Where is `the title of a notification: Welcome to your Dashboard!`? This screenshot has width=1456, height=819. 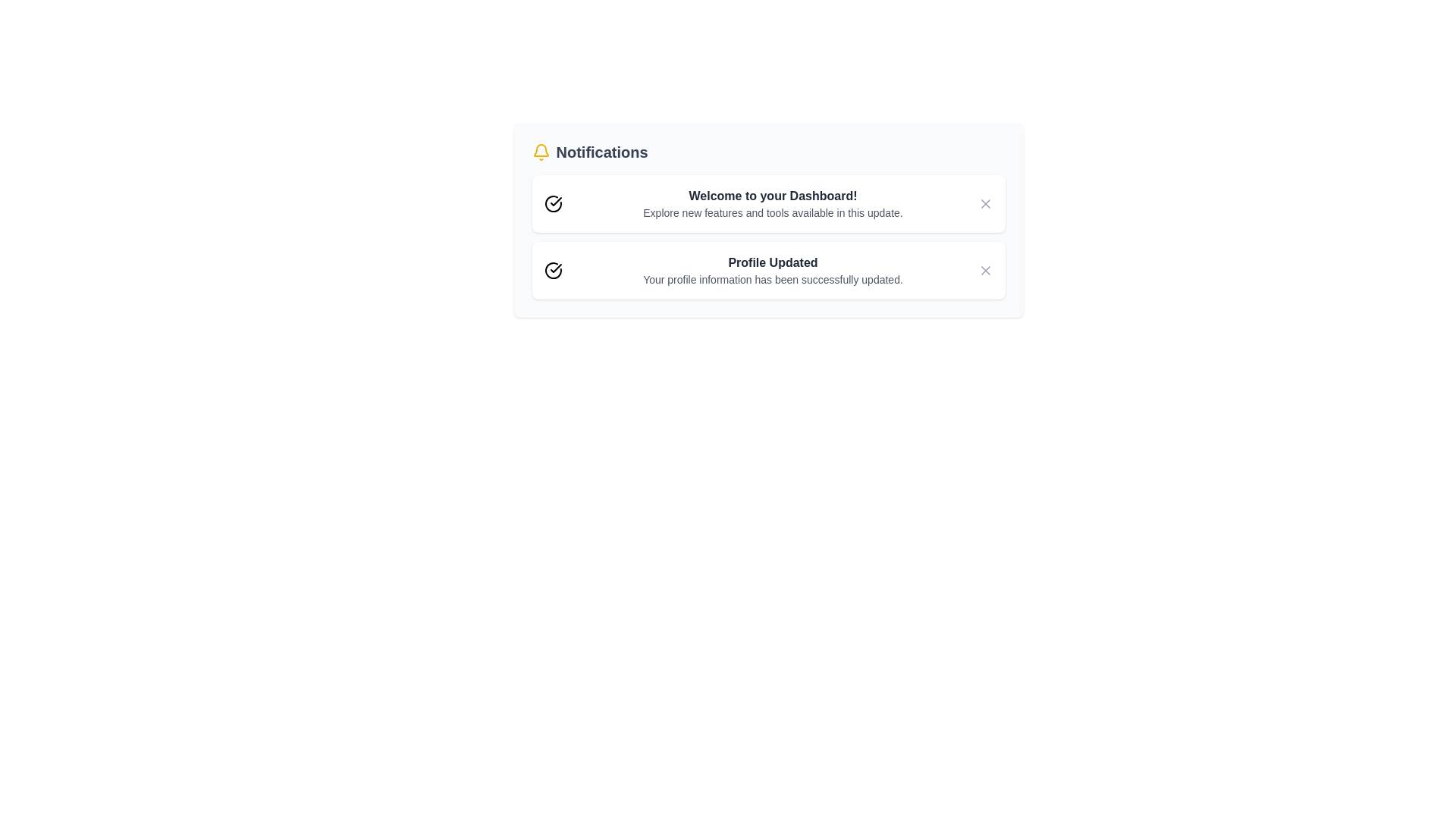
the title of a notification: Welcome to your Dashboard! is located at coordinates (773, 195).